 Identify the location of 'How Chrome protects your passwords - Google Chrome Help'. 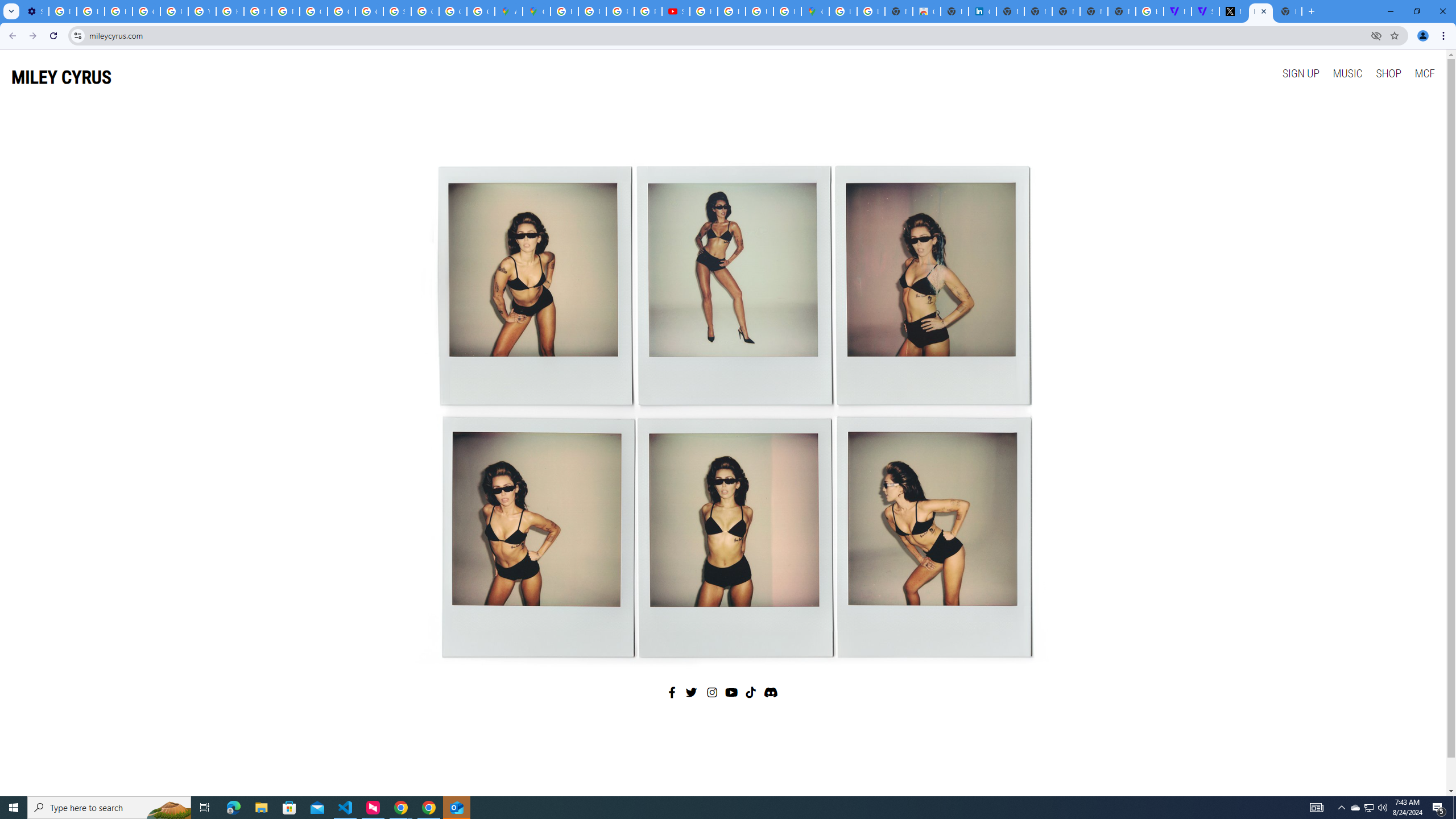
(702, 11).